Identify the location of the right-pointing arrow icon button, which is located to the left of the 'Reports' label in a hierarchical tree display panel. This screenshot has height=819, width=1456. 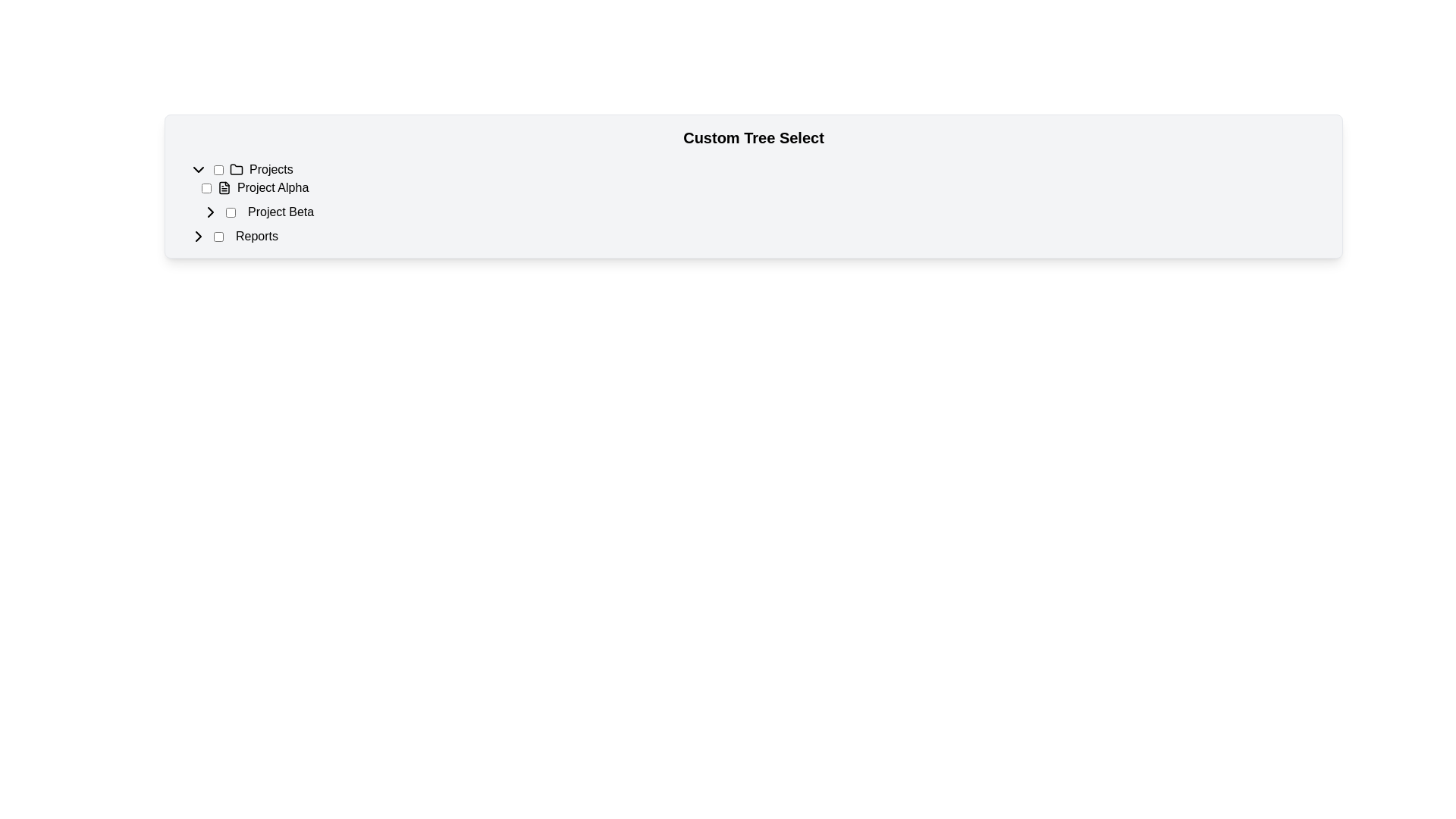
(198, 237).